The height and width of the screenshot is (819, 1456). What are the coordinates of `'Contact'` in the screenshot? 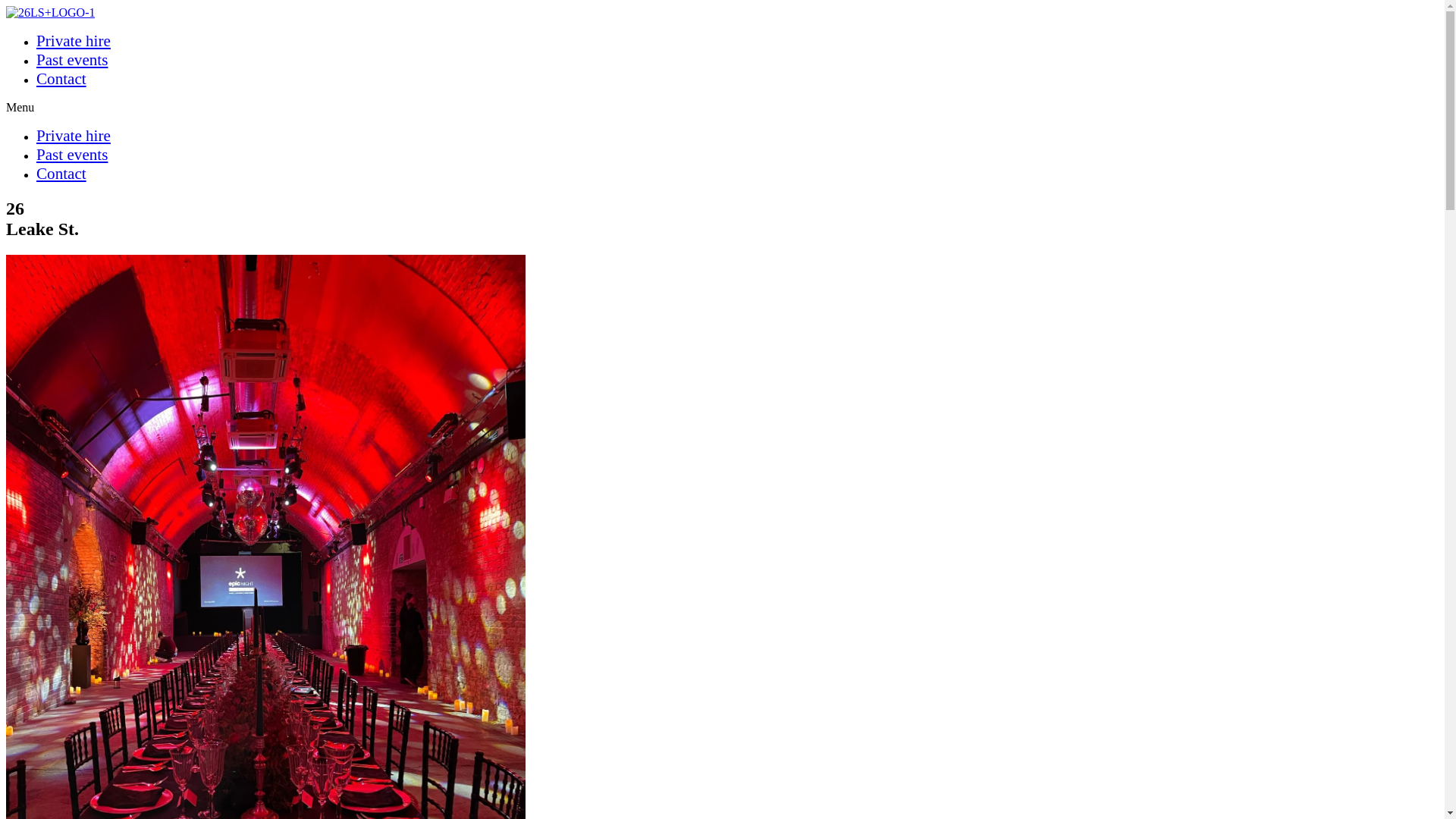 It's located at (36, 79).